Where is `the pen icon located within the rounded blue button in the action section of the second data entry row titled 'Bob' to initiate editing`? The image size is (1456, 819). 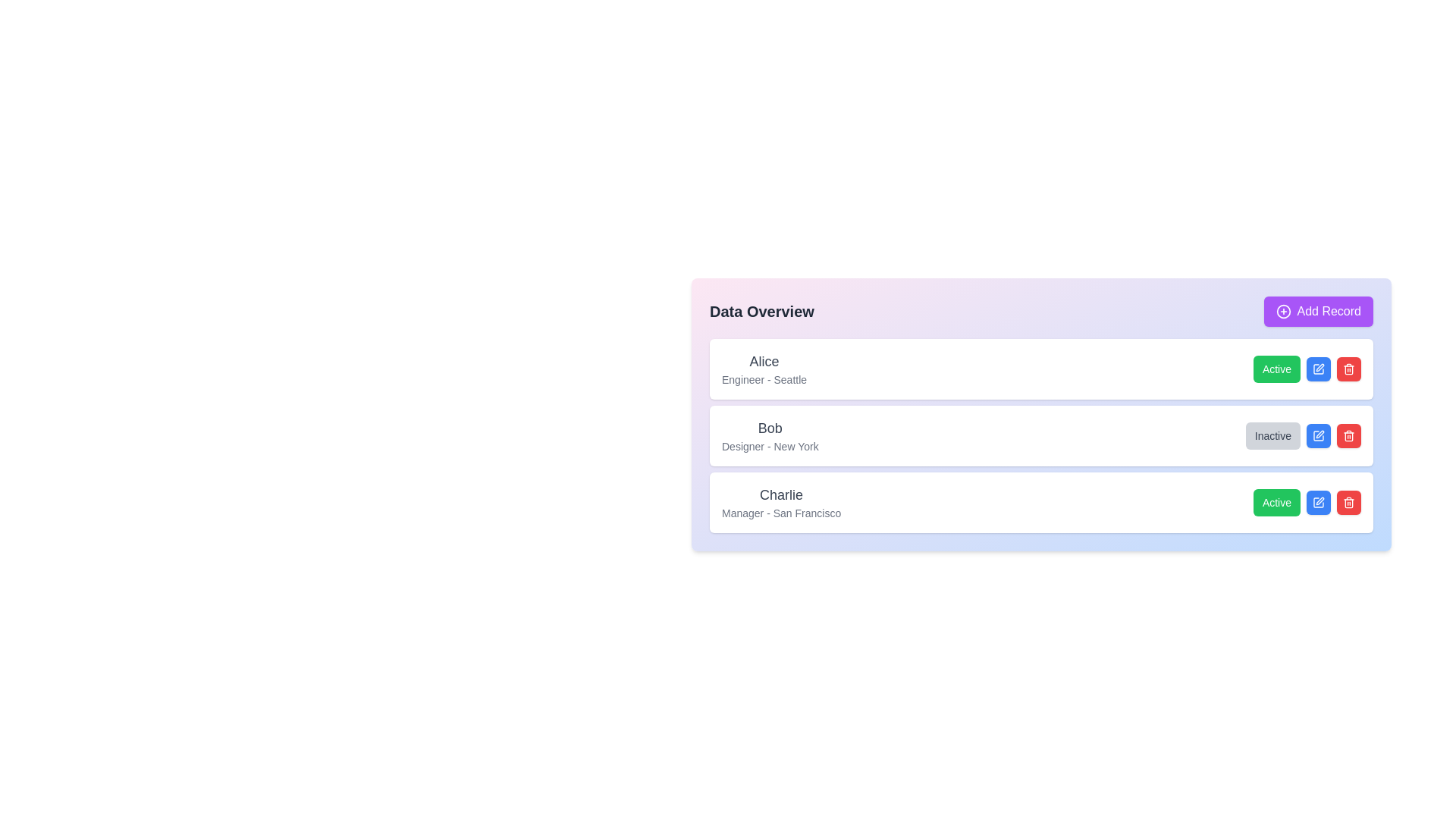
the pen icon located within the rounded blue button in the action section of the second data entry row titled 'Bob' to initiate editing is located at coordinates (1317, 369).